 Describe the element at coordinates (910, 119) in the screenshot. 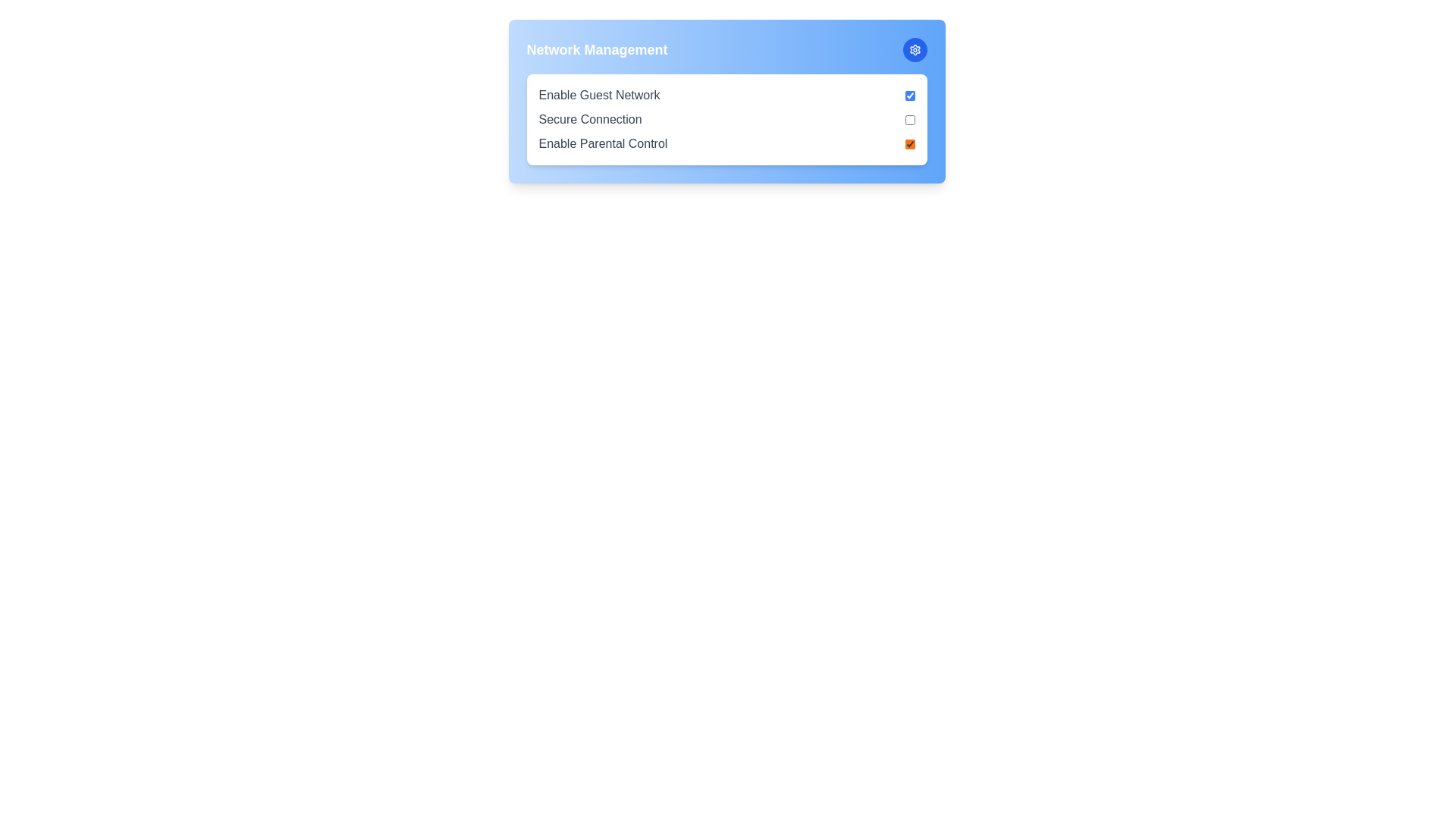

I see `the second checkbox labeled 'Secure Connection'` at that location.